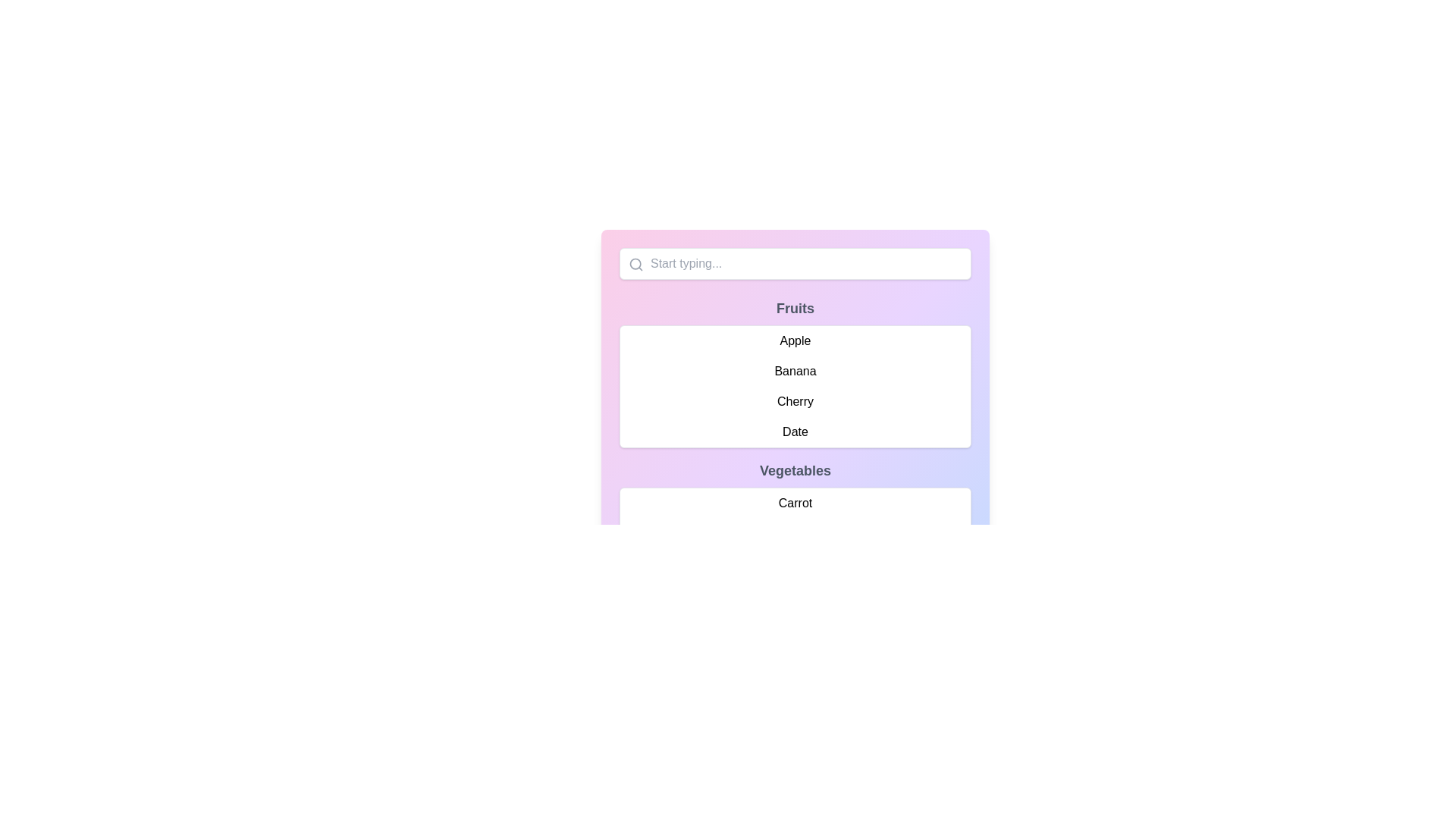 This screenshot has width=1456, height=819. I want to click on the Text Label that serves as a header for the categorized section located beneath the search bar, so click(795, 308).